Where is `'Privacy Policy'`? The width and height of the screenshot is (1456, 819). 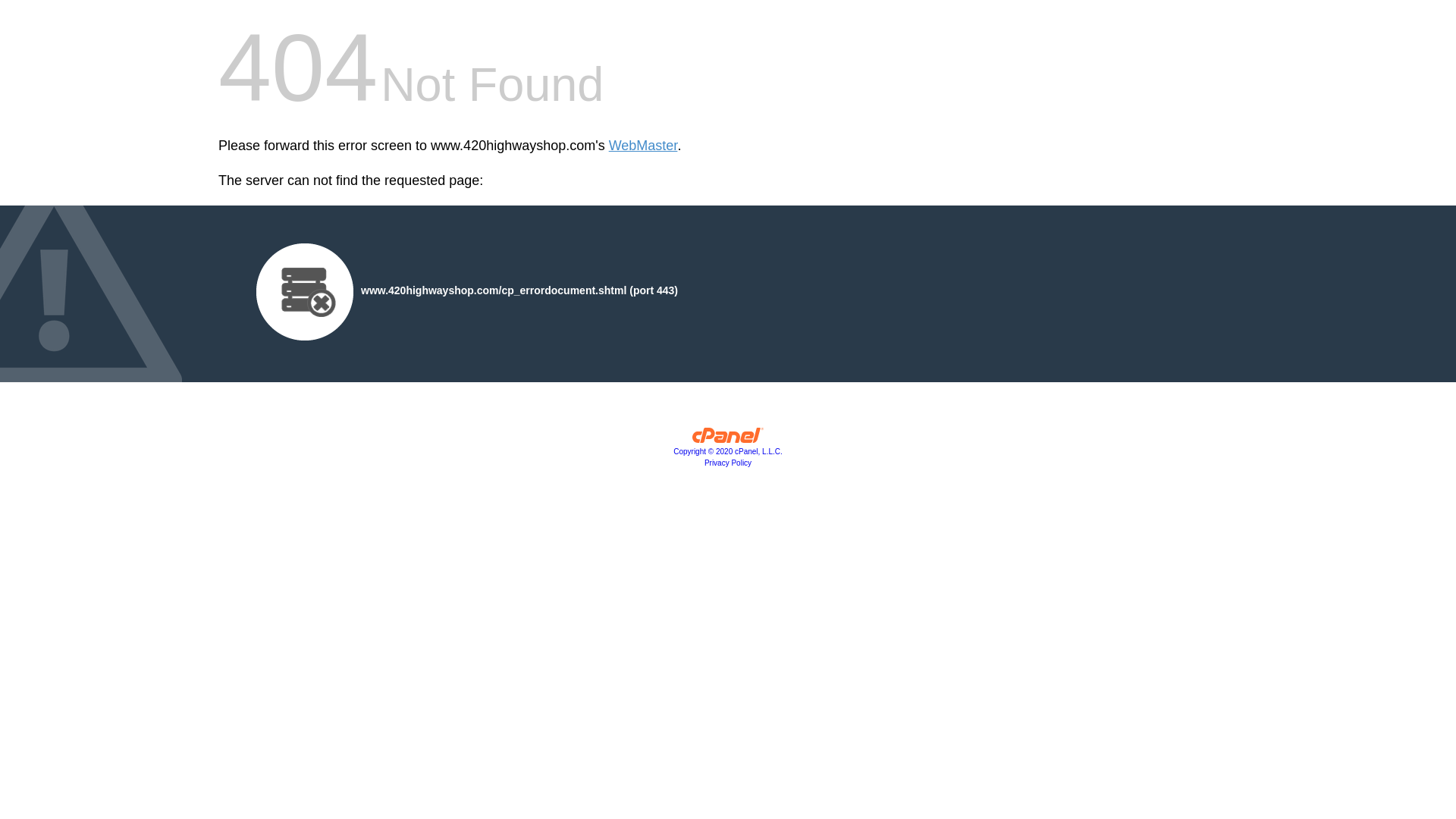
'Privacy Policy' is located at coordinates (728, 462).